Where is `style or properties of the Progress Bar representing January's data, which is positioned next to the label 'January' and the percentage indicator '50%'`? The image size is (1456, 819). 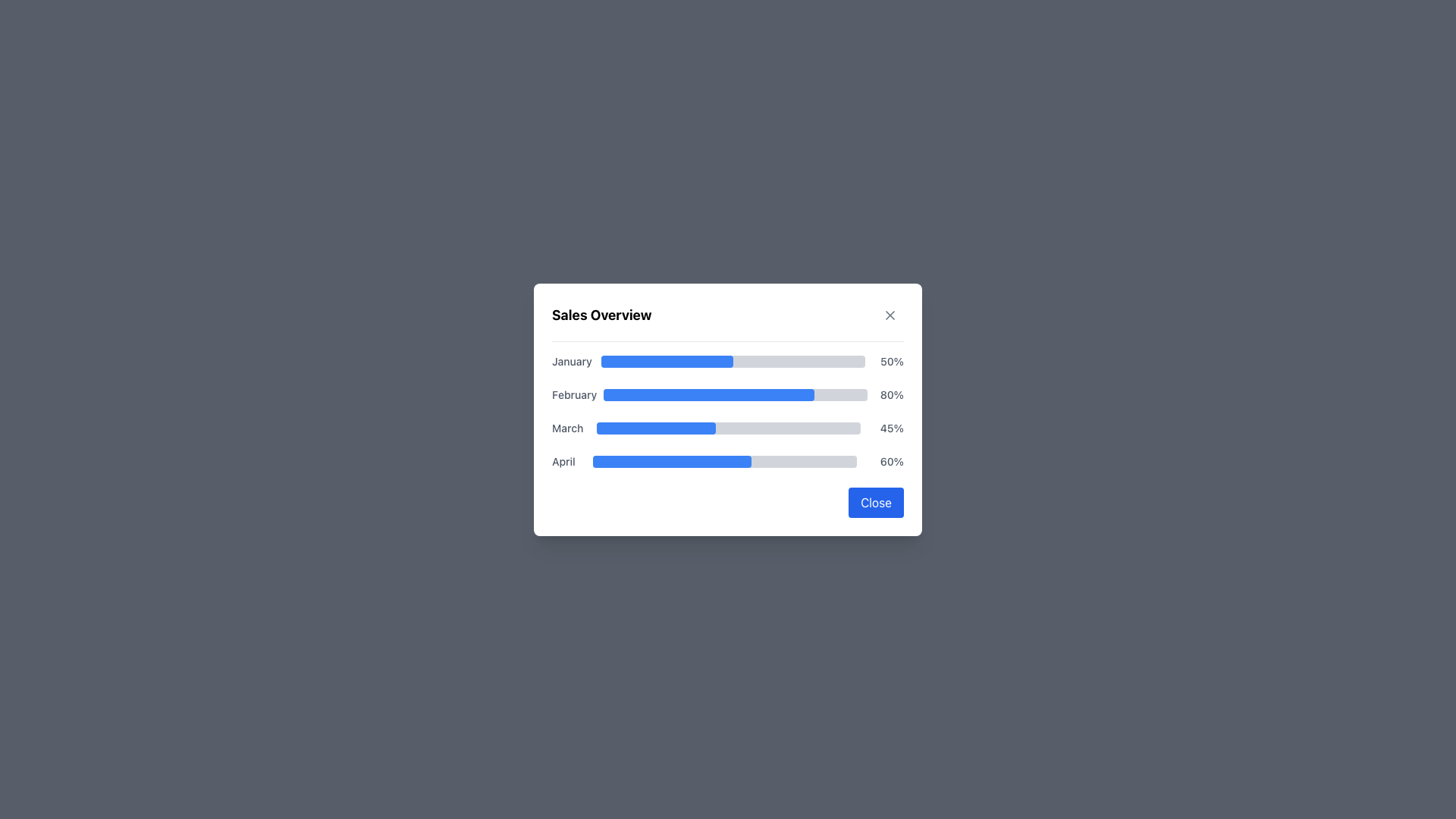
style or properties of the Progress Bar representing January's data, which is positioned next to the label 'January' and the percentage indicator '50%' is located at coordinates (733, 361).